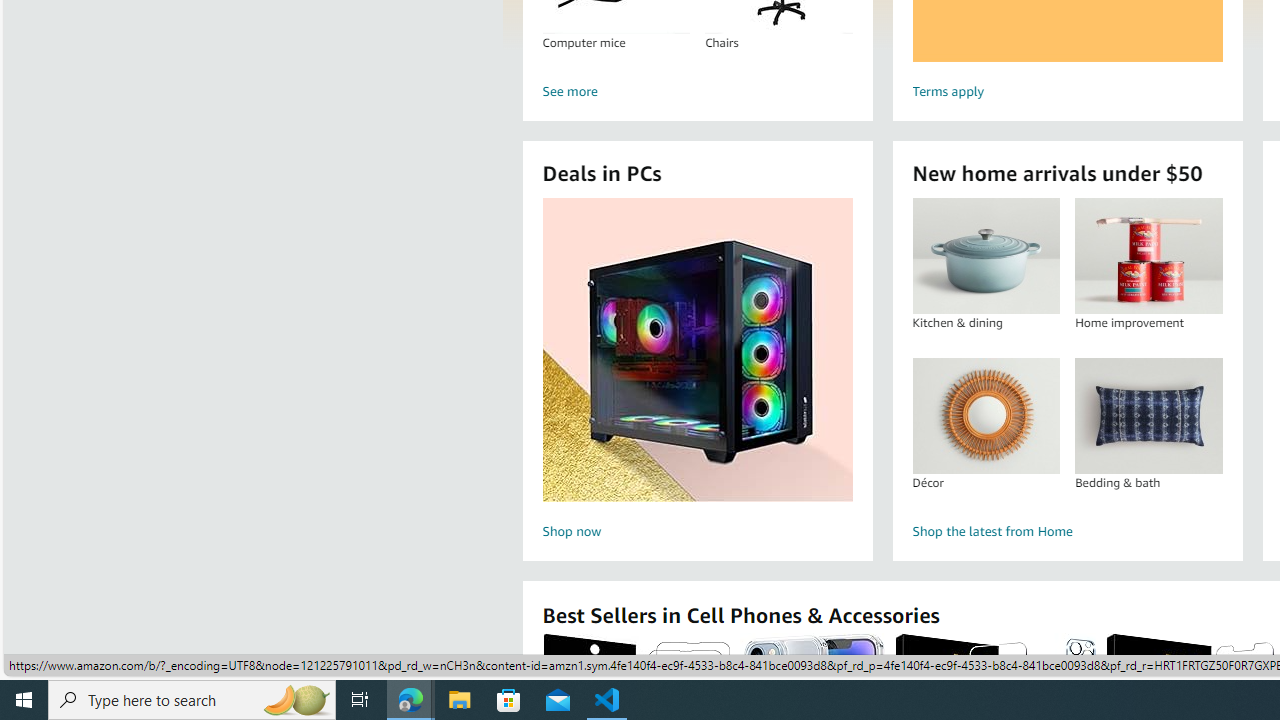 The width and height of the screenshot is (1280, 720). Describe the element at coordinates (986, 255) in the screenshot. I see `'Kitchen & dining'` at that location.